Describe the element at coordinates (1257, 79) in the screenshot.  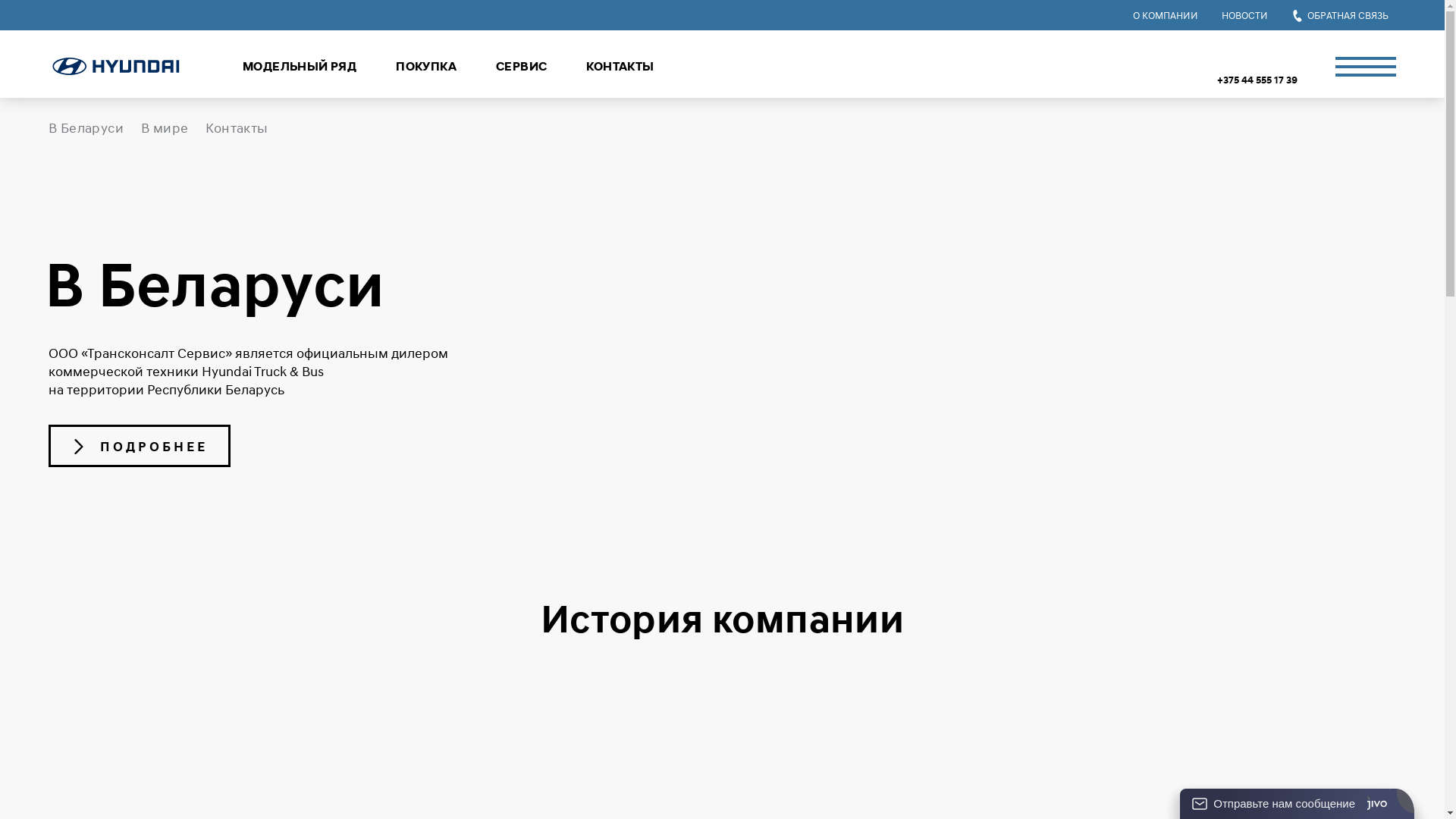
I see `'+375 44 555 17 39'` at that location.